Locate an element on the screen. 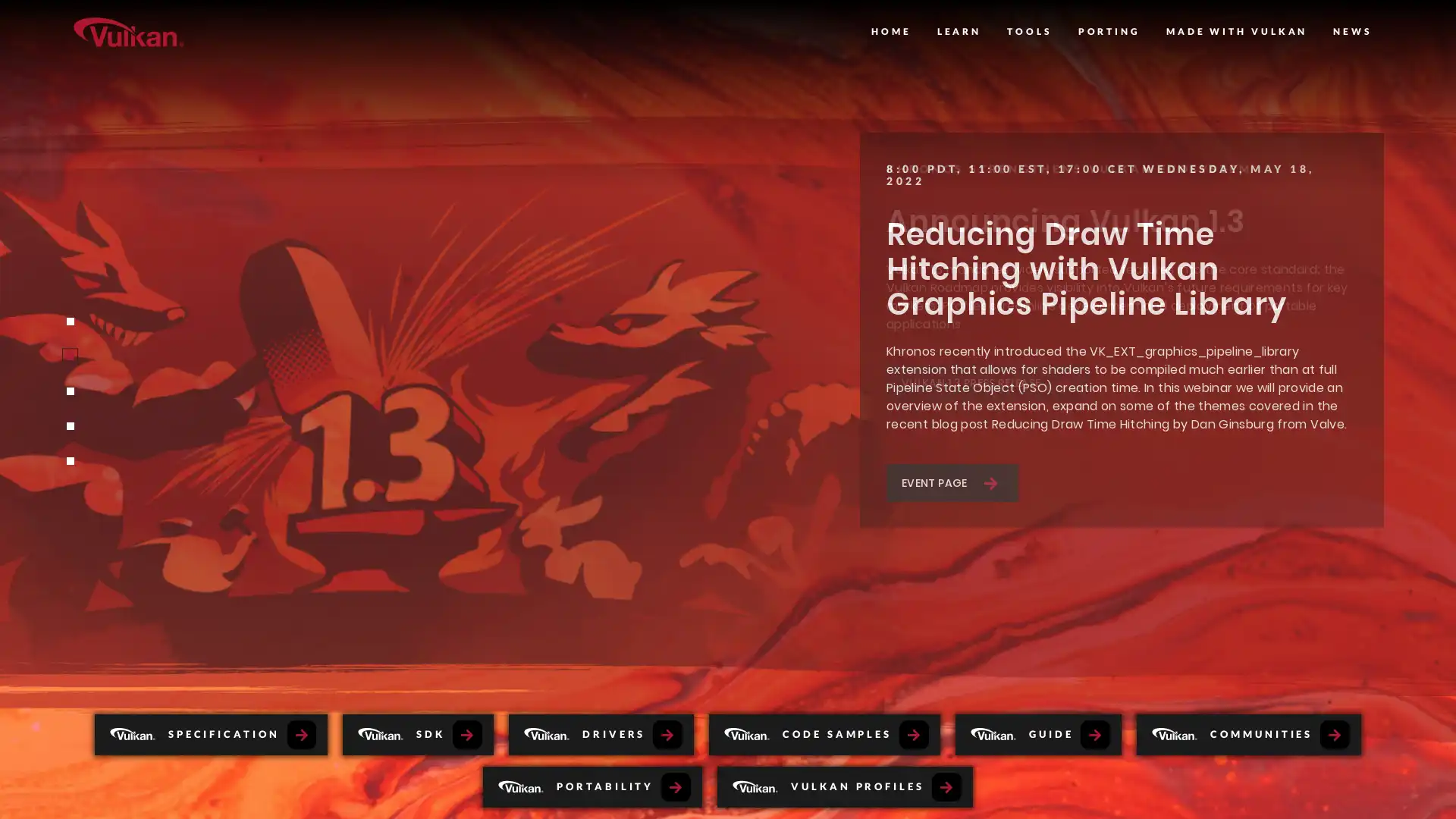 The width and height of the screenshot is (1456, 819). 5 is located at coordinates (68, 460).